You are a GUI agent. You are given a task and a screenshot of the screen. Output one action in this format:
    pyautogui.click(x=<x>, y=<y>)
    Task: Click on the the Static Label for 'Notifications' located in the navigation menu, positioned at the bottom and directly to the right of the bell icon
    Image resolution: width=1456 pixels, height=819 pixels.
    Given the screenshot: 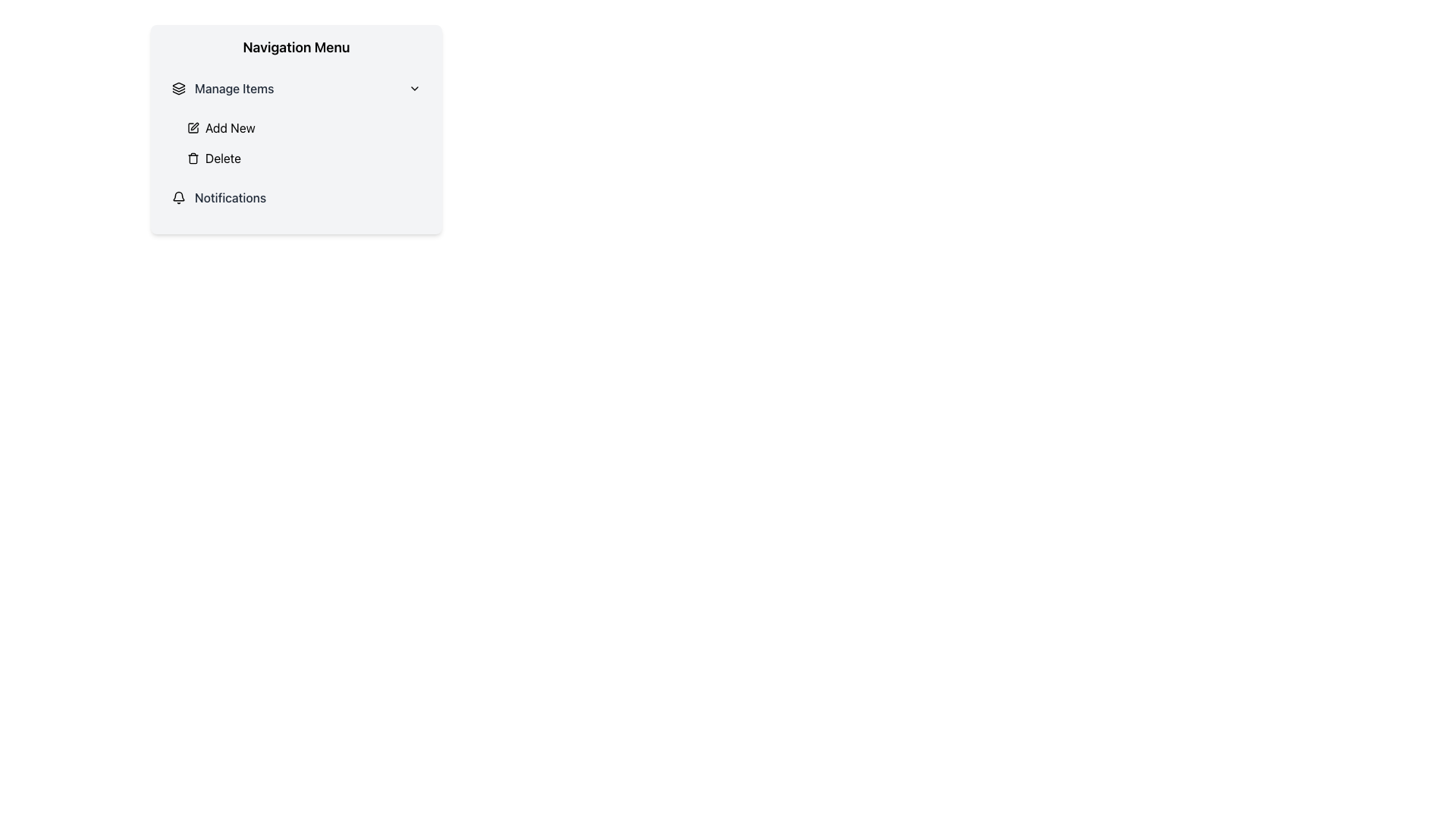 What is the action you would take?
    pyautogui.click(x=230, y=197)
    